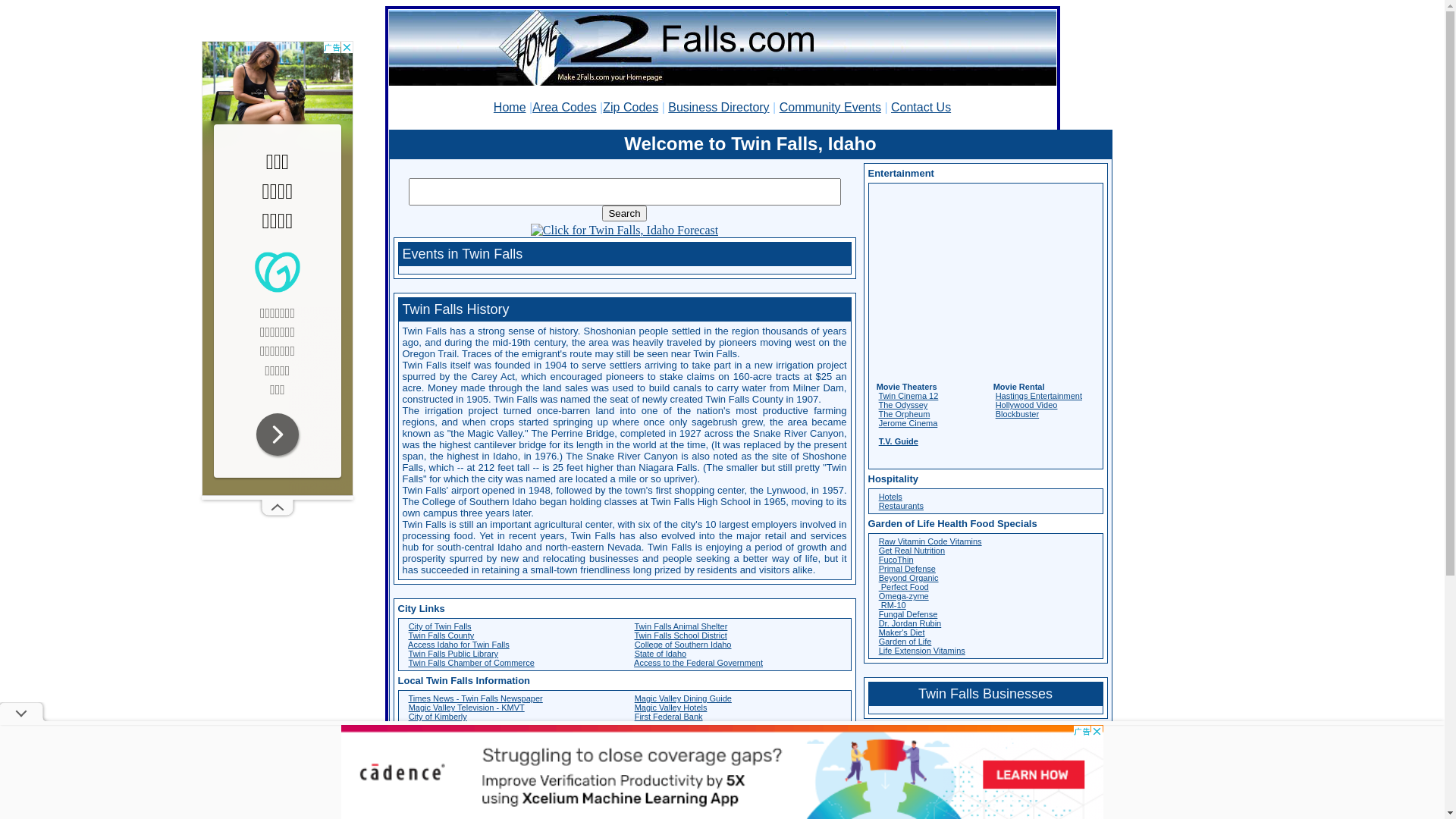  I want to click on 'Twin Falls Animal Shelter', so click(633, 626).